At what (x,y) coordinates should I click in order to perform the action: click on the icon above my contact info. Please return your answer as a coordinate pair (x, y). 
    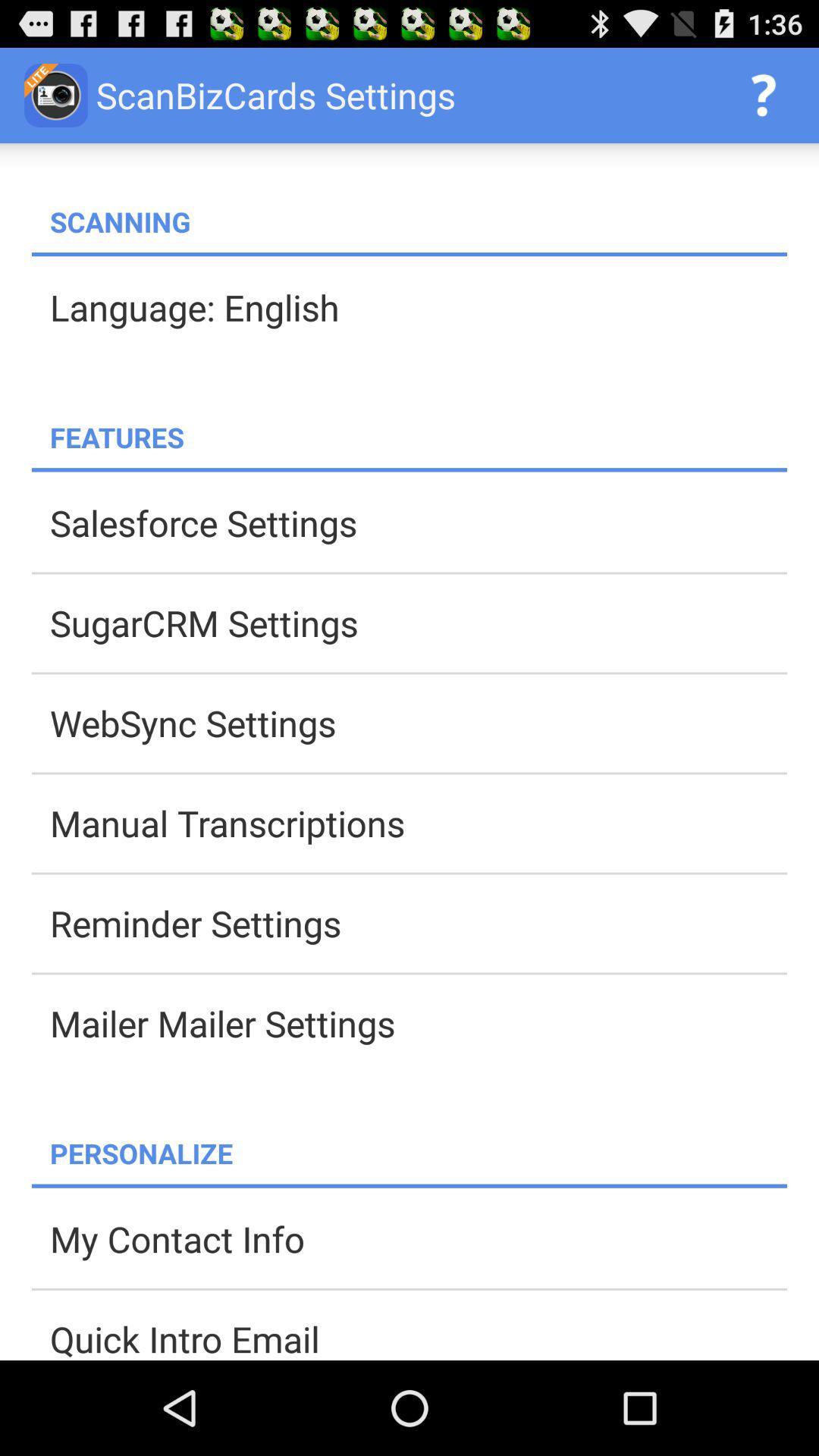
    Looking at the image, I should click on (409, 1185).